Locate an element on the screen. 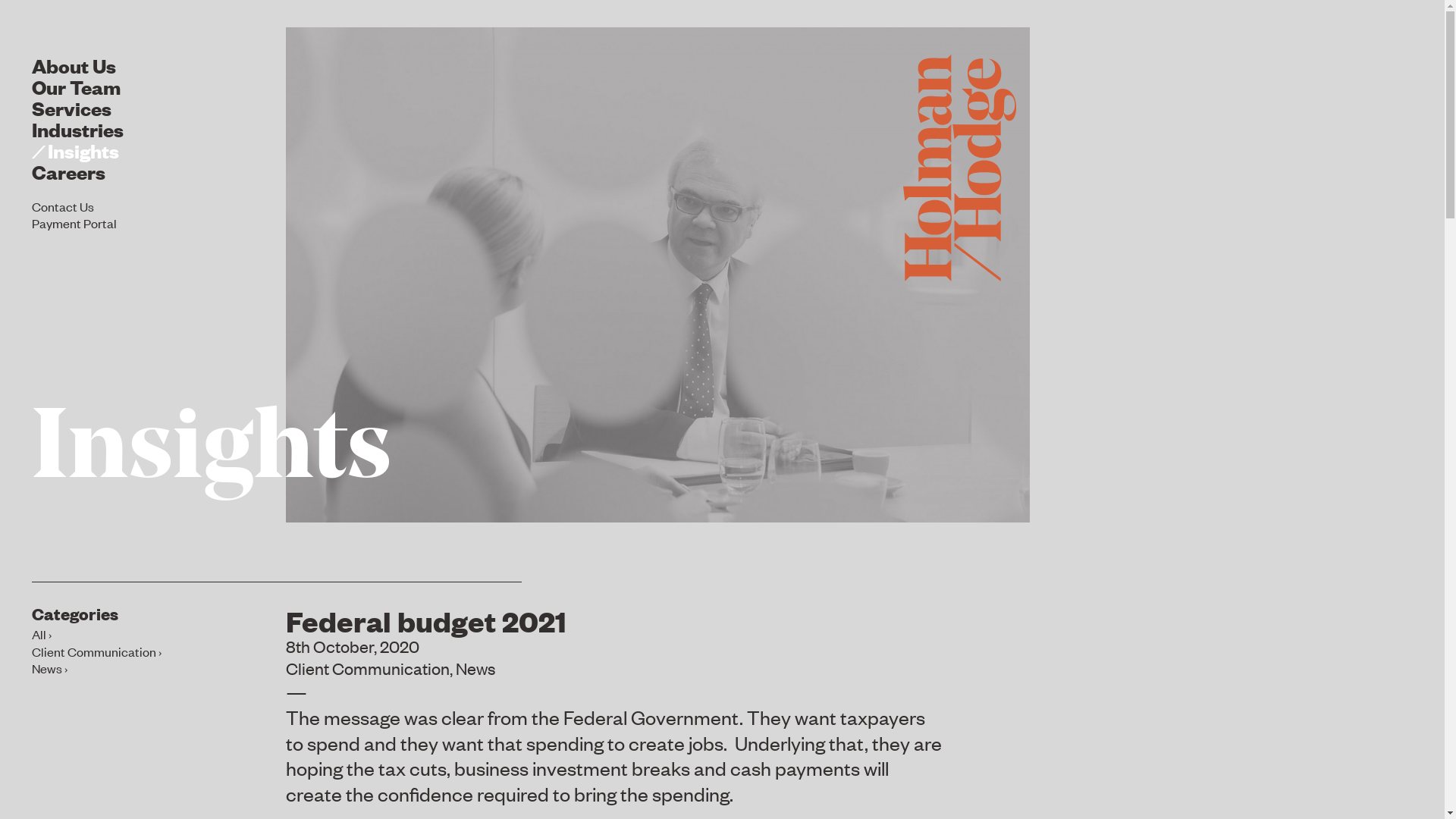 Image resolution: width=1456 pixels, height=819 pixels. 'Contact Us' is located at coordinates (32, 205).